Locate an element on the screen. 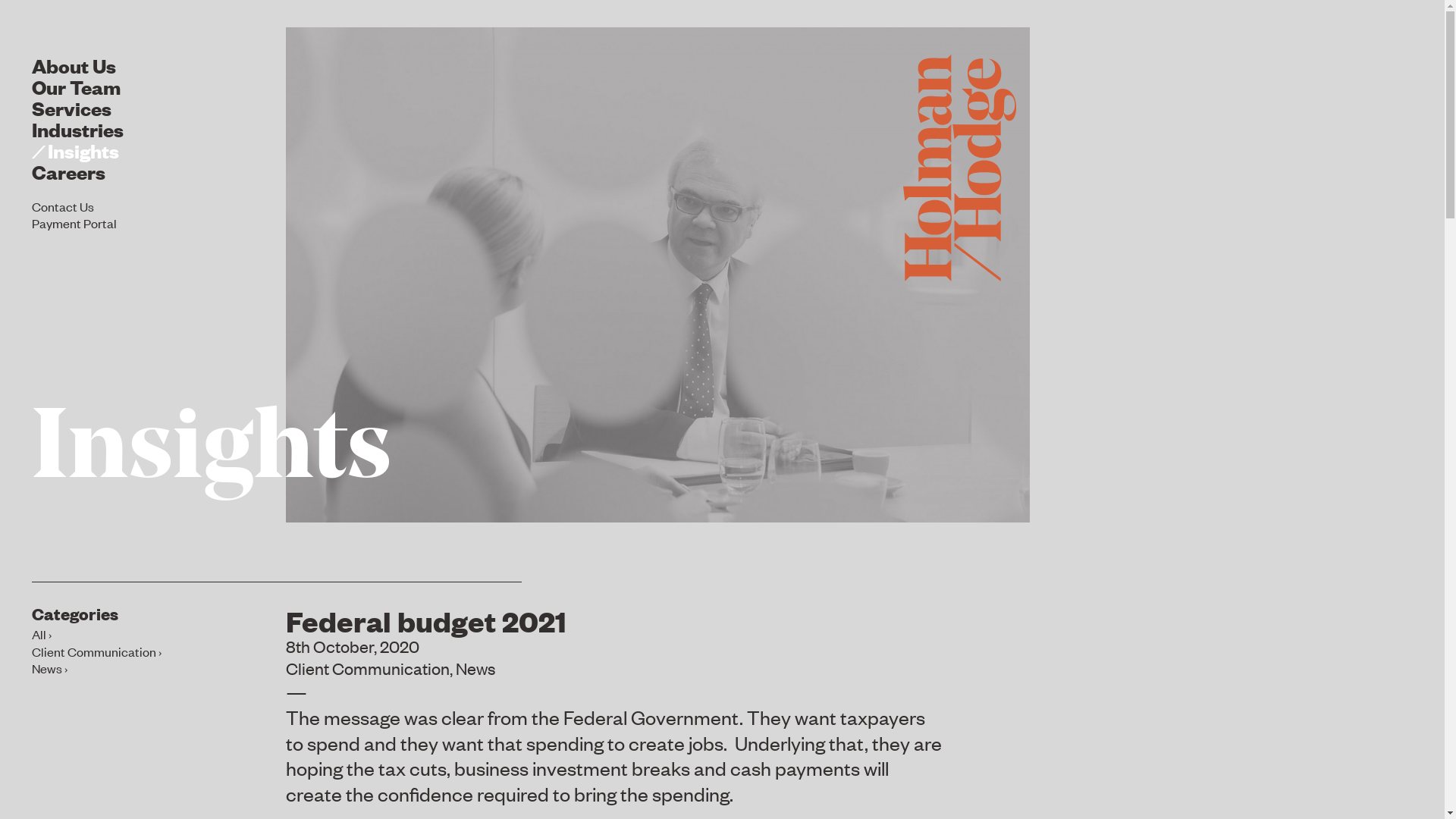 Image resolution: width=1456 pixels, height=819 pixels. 'Contact Us' is located at coordinates (32, 205).